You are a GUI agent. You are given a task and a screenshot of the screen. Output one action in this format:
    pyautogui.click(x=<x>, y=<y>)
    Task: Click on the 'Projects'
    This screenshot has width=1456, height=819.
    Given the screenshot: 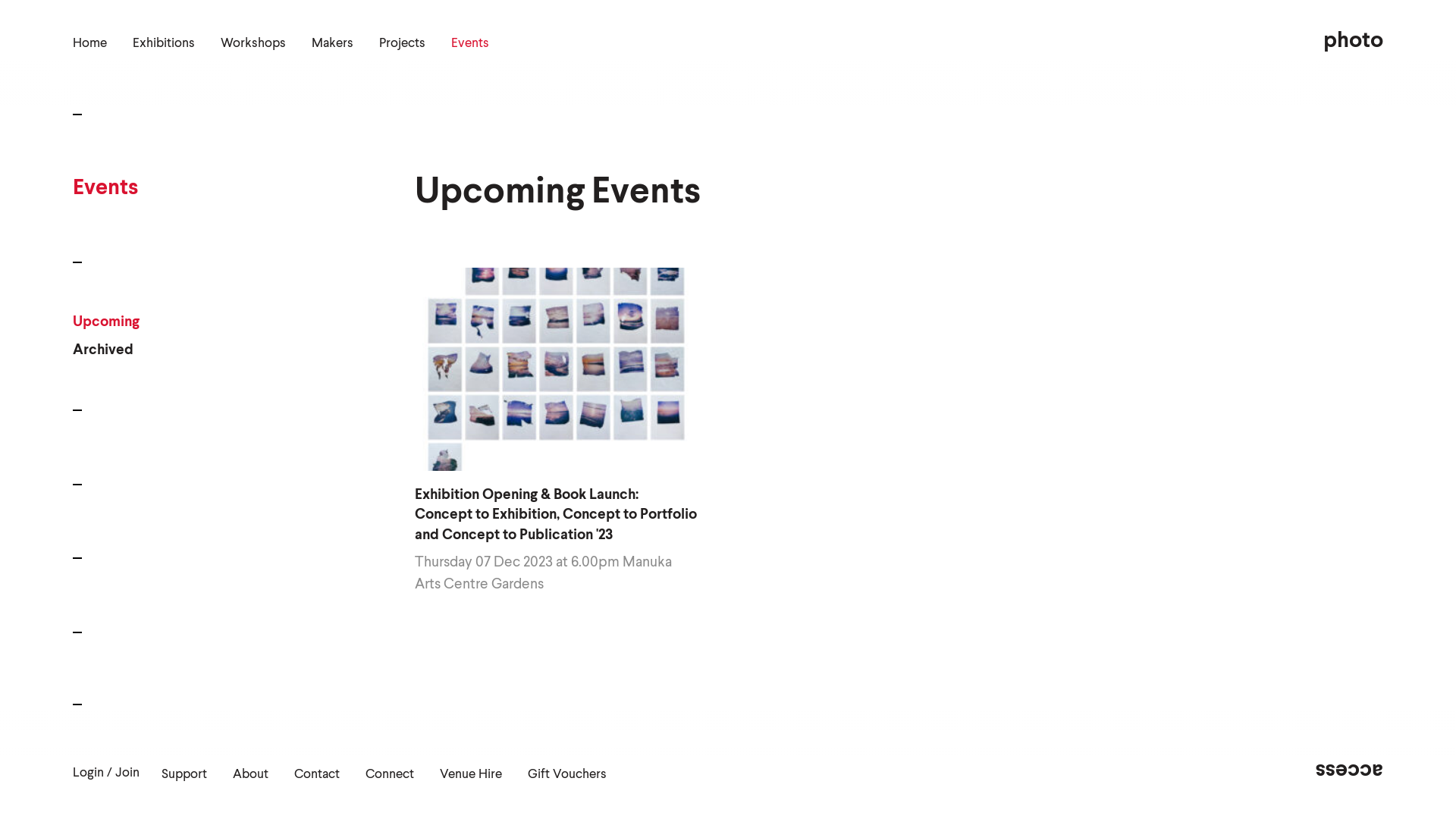 What is the action you would take?
    pyautogui.click(x=402, y=42)
    